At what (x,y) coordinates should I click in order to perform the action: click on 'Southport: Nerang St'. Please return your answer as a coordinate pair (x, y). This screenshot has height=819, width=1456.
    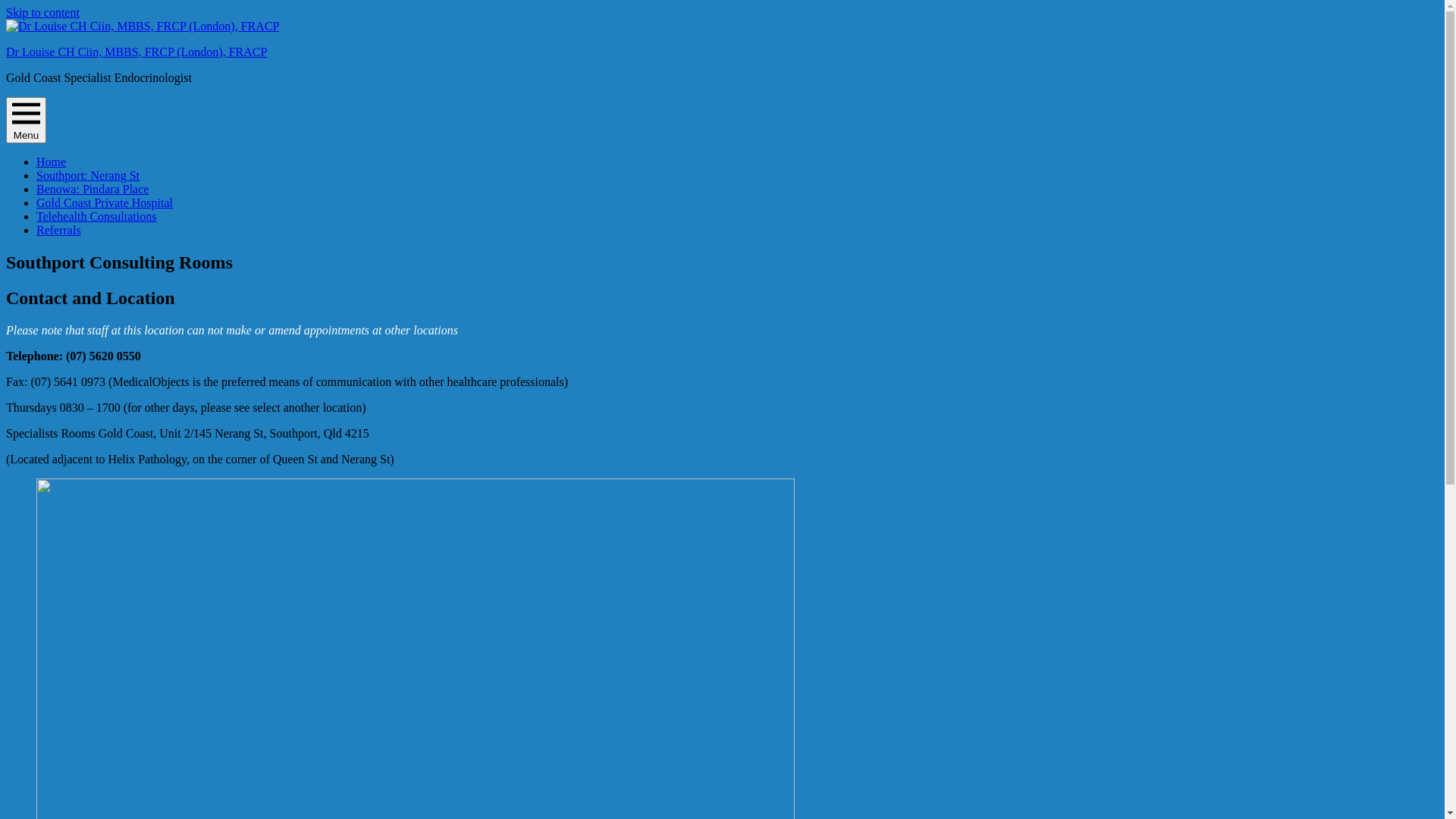
    Looking at the image, I should click on (86, 174).